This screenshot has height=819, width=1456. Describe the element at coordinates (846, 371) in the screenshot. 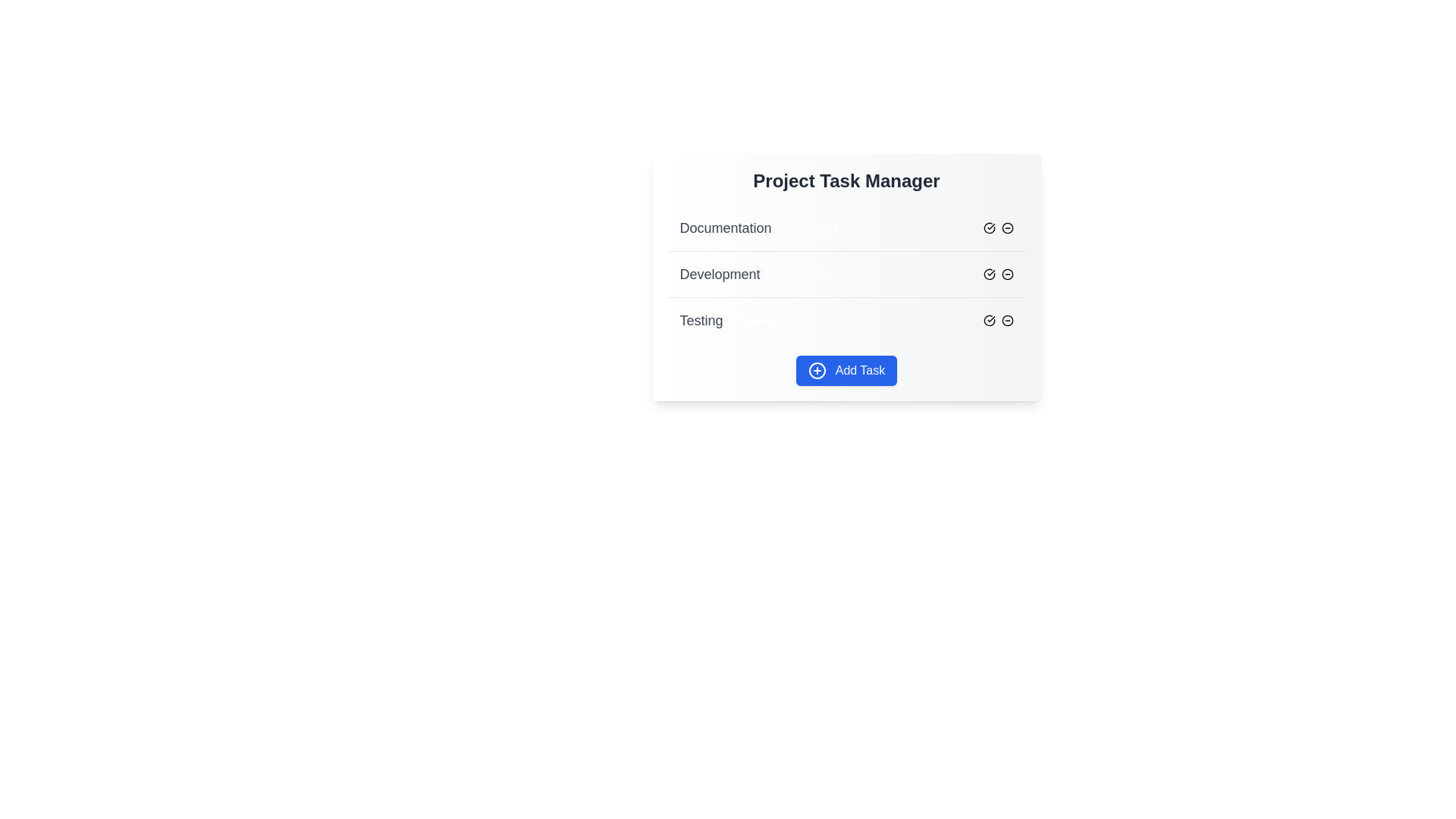

I see `the rectangular blue button labeled 'Add Task' located in the footer section of the task management interface` at that location.